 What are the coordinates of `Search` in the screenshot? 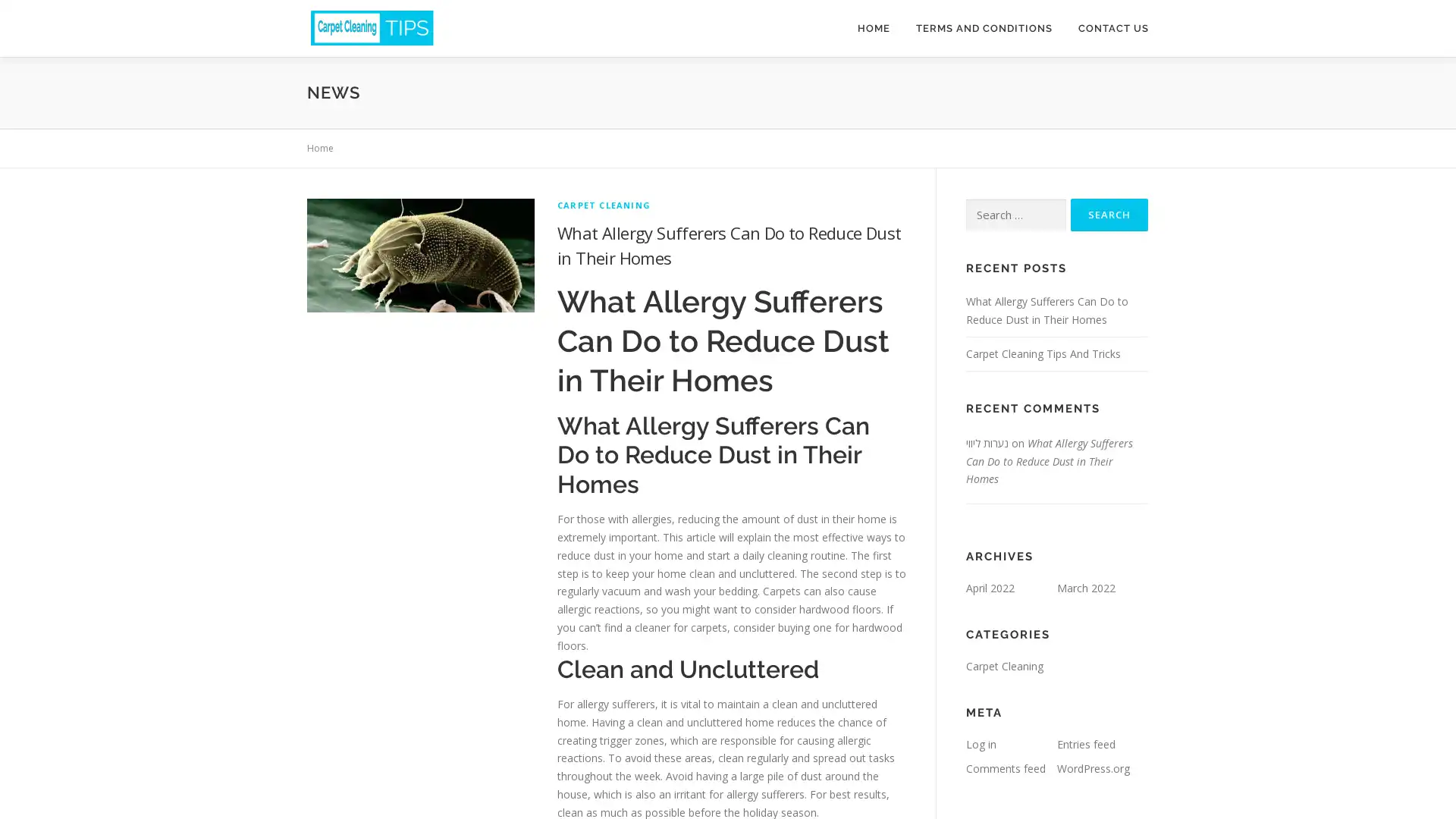 It's located at (1109, 215).